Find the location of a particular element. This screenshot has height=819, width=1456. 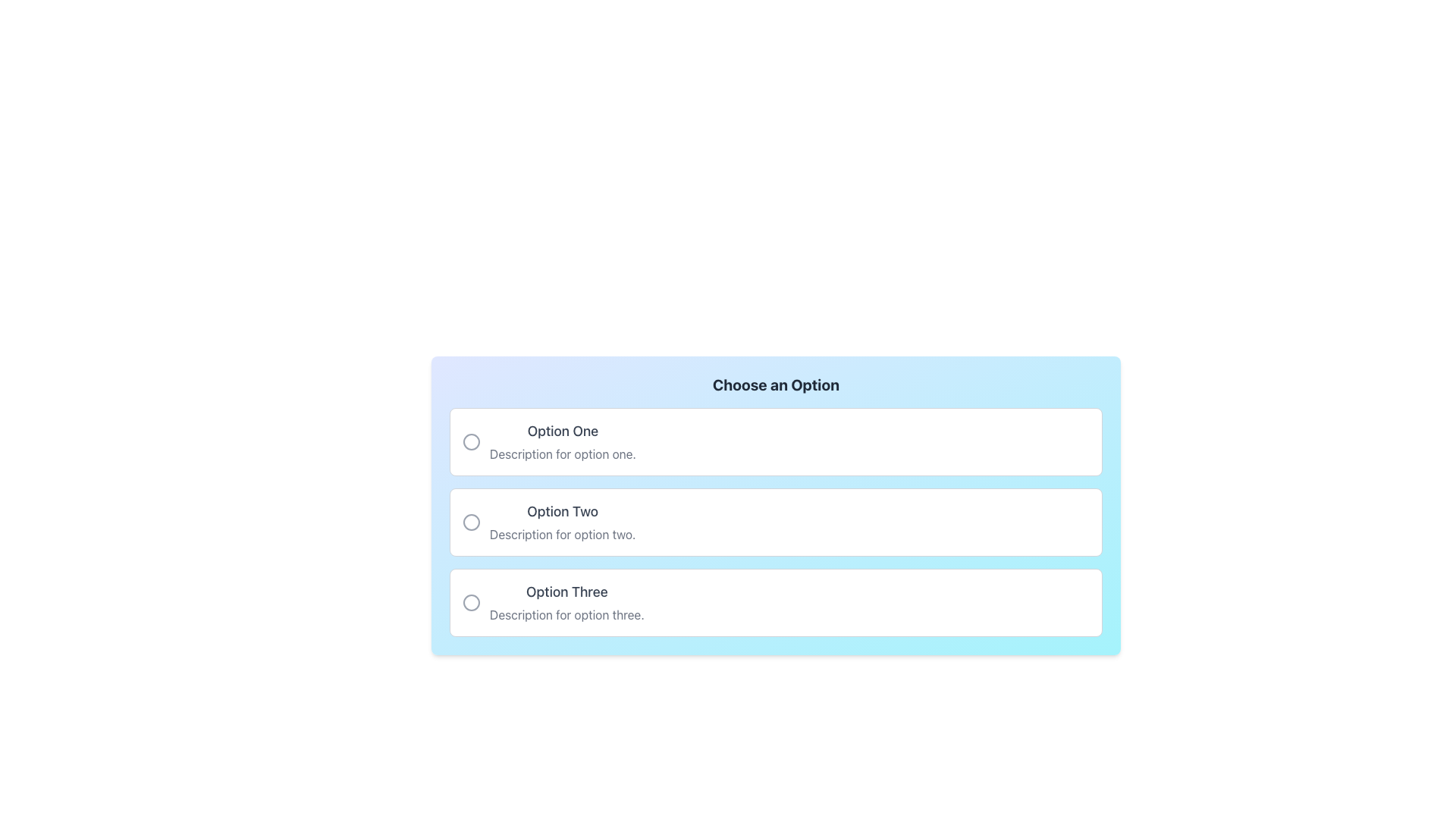

the radio button icon located on the far left side of the 'Option Three' row is located at coordinates (471, 601).